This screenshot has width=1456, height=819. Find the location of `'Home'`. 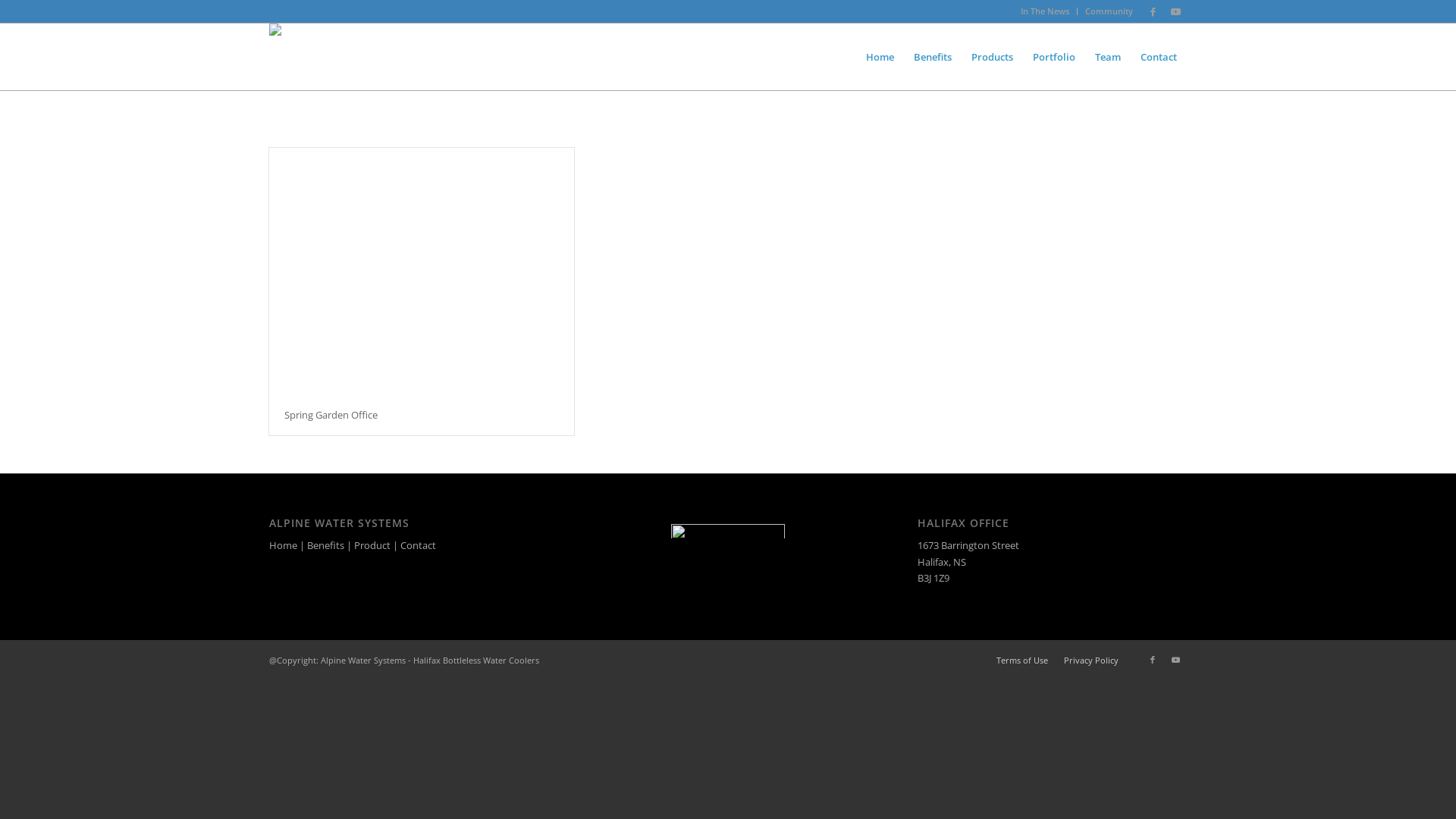

'Home' is located at coordinates (283, 544).